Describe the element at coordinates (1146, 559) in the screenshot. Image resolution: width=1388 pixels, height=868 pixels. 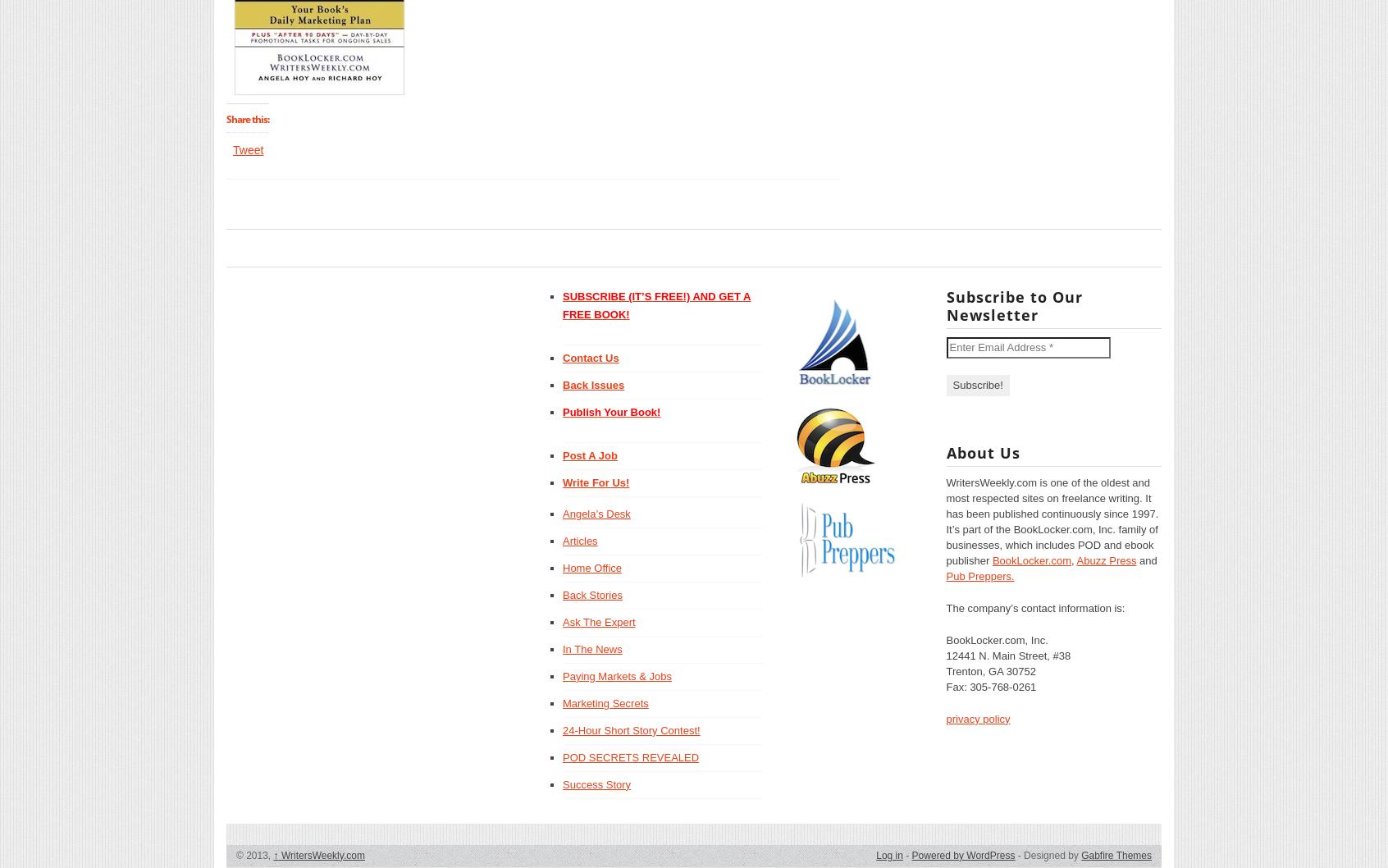
I see `'and'` at that location.